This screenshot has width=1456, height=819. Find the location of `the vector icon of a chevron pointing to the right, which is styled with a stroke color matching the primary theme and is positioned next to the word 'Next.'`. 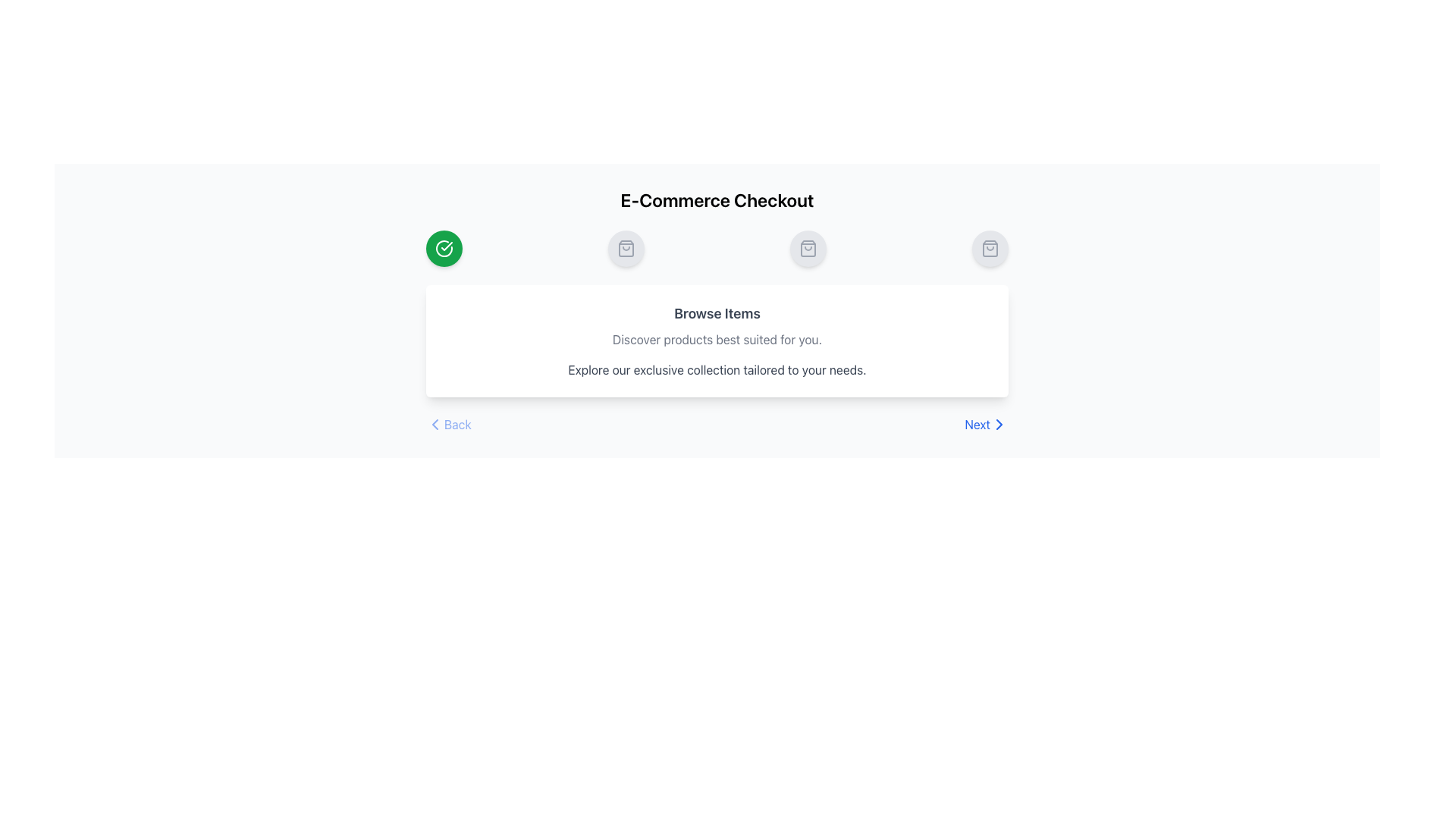

the vector icon of a chevron pointing to the right, which is styled with a stroke color matching the primary theme and is positioned next to the word 'Next.' is located at coordinates (999, 424).